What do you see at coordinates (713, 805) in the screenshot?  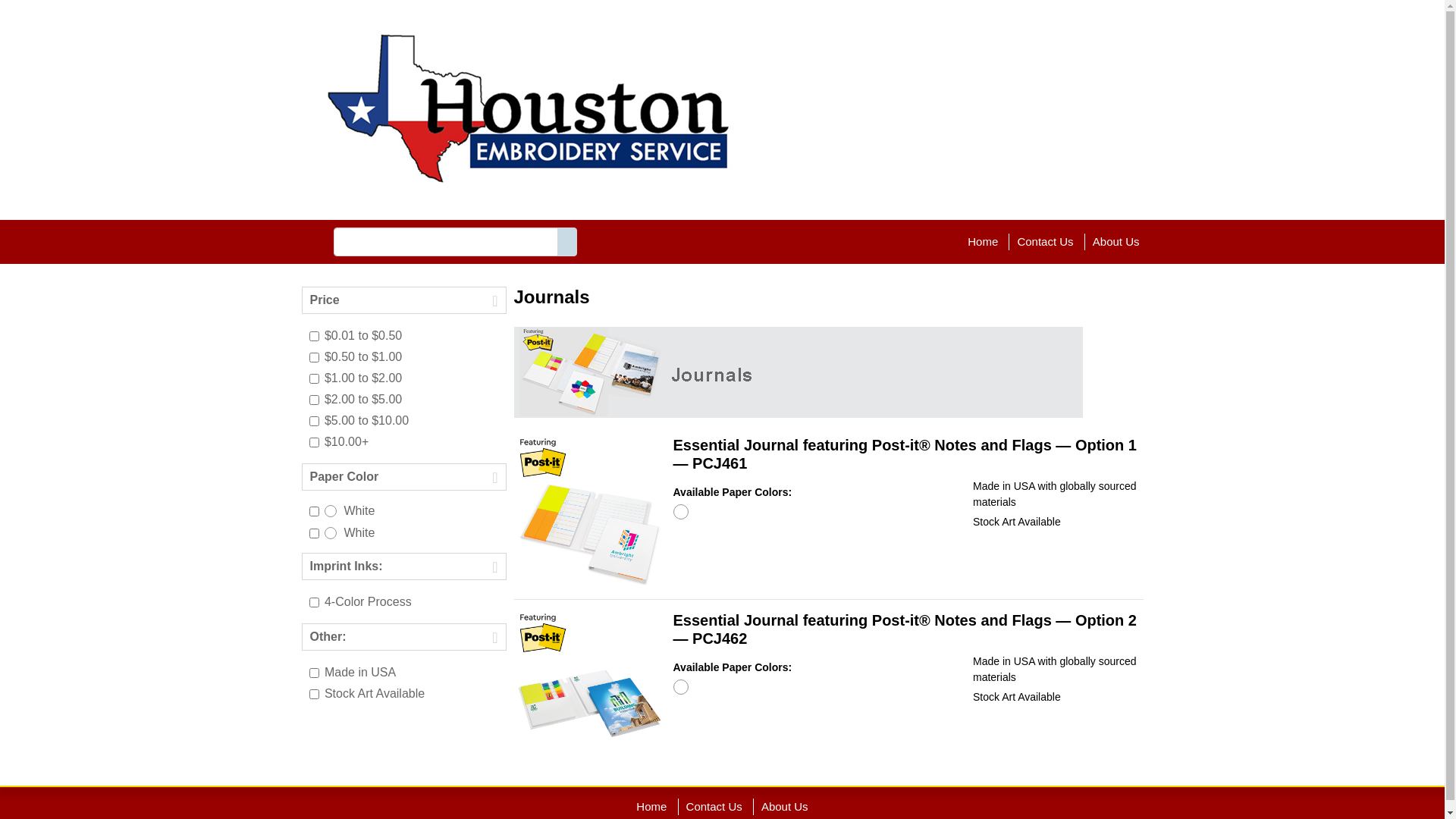 I see `'Contact Us'` at bounding box center [713, 805].